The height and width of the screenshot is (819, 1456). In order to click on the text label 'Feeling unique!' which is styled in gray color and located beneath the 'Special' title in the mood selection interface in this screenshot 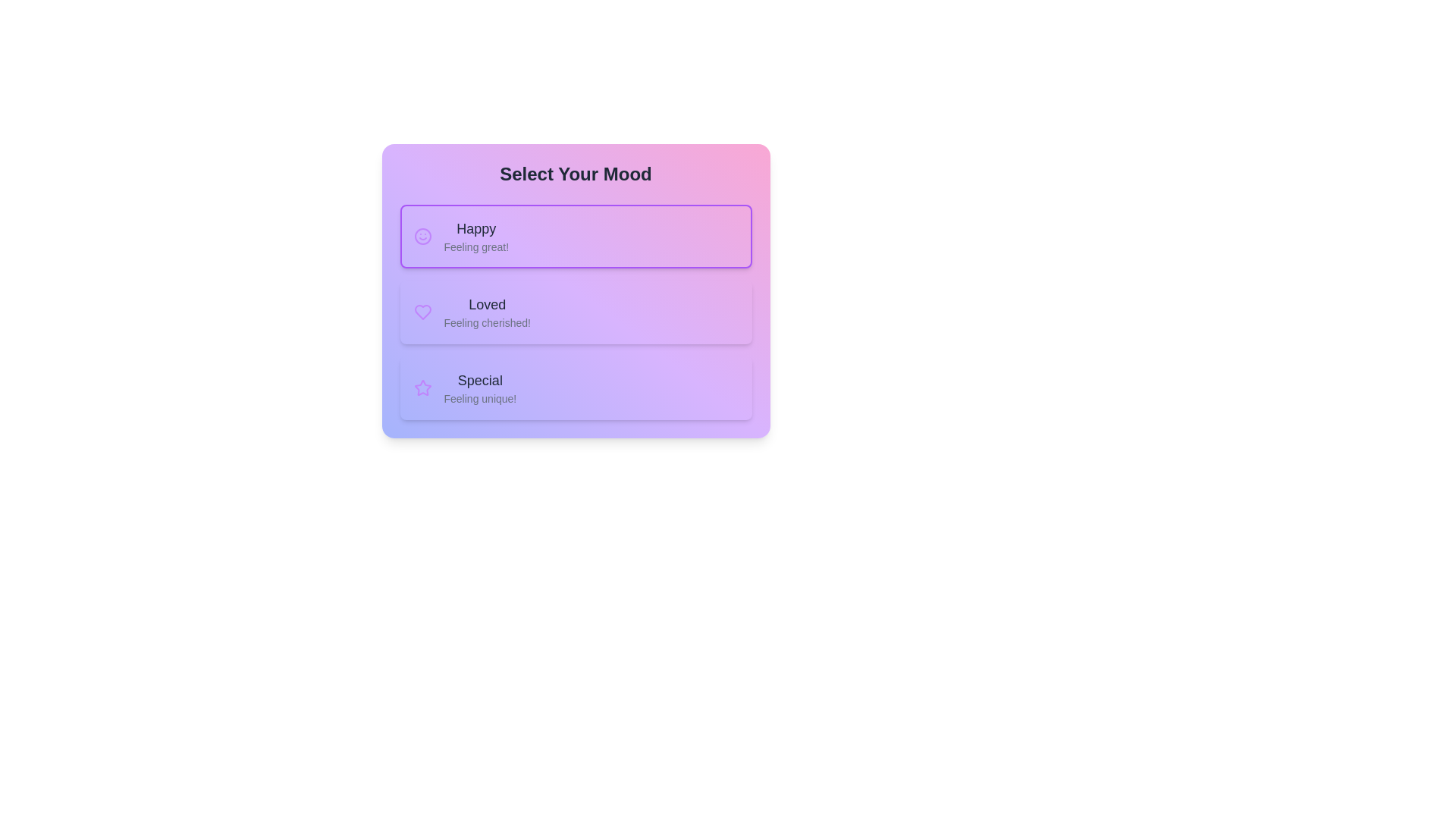, I will do `click(479, 397)`.